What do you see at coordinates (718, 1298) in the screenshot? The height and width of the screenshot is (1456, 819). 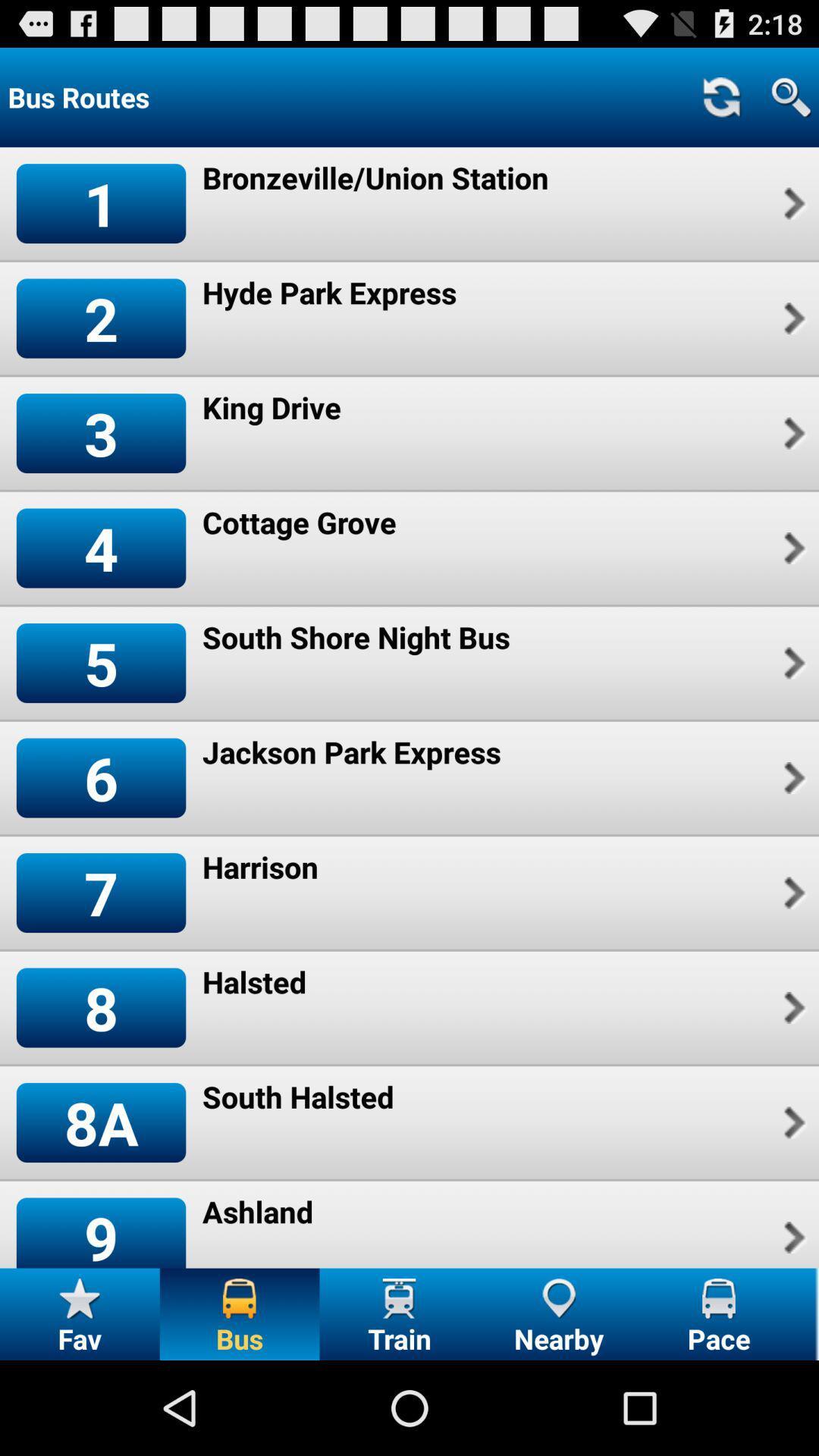 I see `the icon on the bottom right corner of the web page` at bounding box center [718, 1298].